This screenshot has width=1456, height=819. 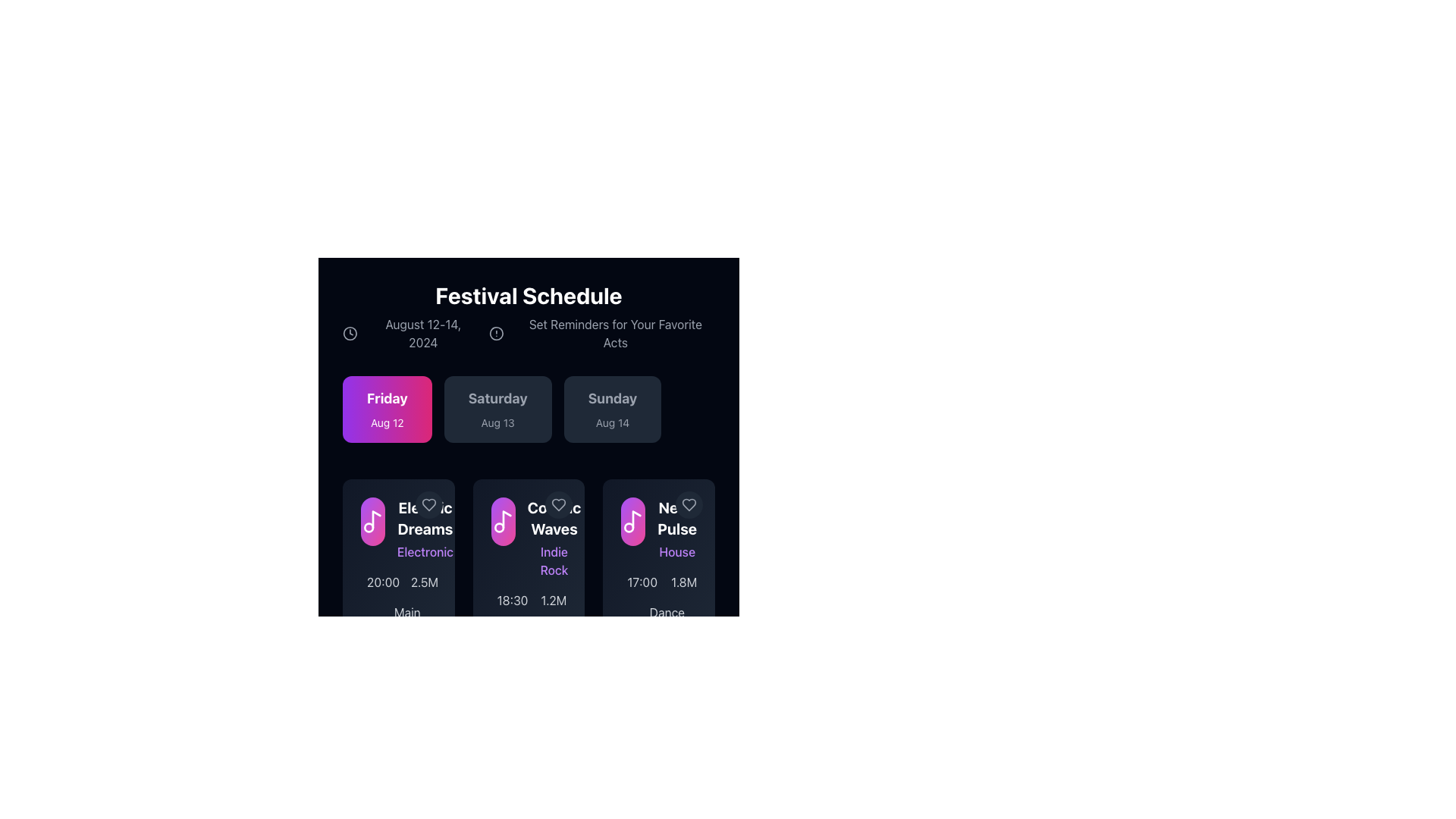 I want to click on text value displayed in the lower portion of the middle card in the event information grid, which shows the number of people associated with the event, so click(x=550, y=599).